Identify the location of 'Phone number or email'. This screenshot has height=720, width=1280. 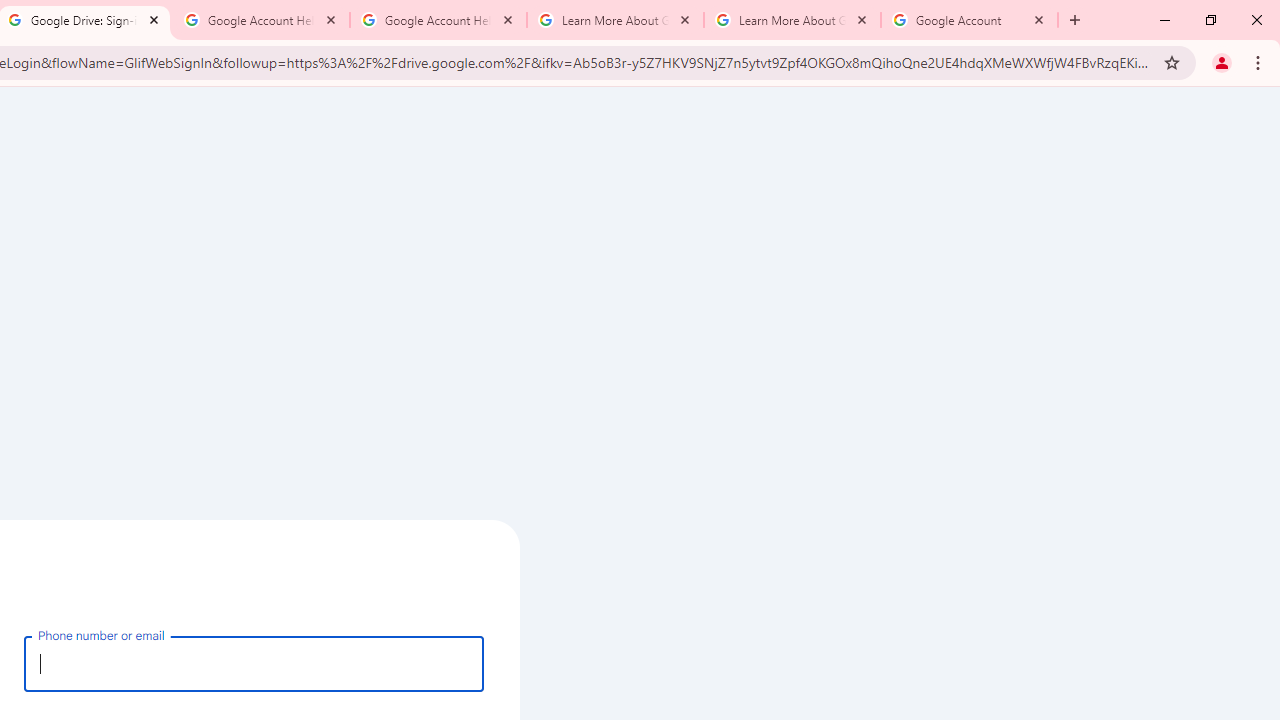
(253, 663).